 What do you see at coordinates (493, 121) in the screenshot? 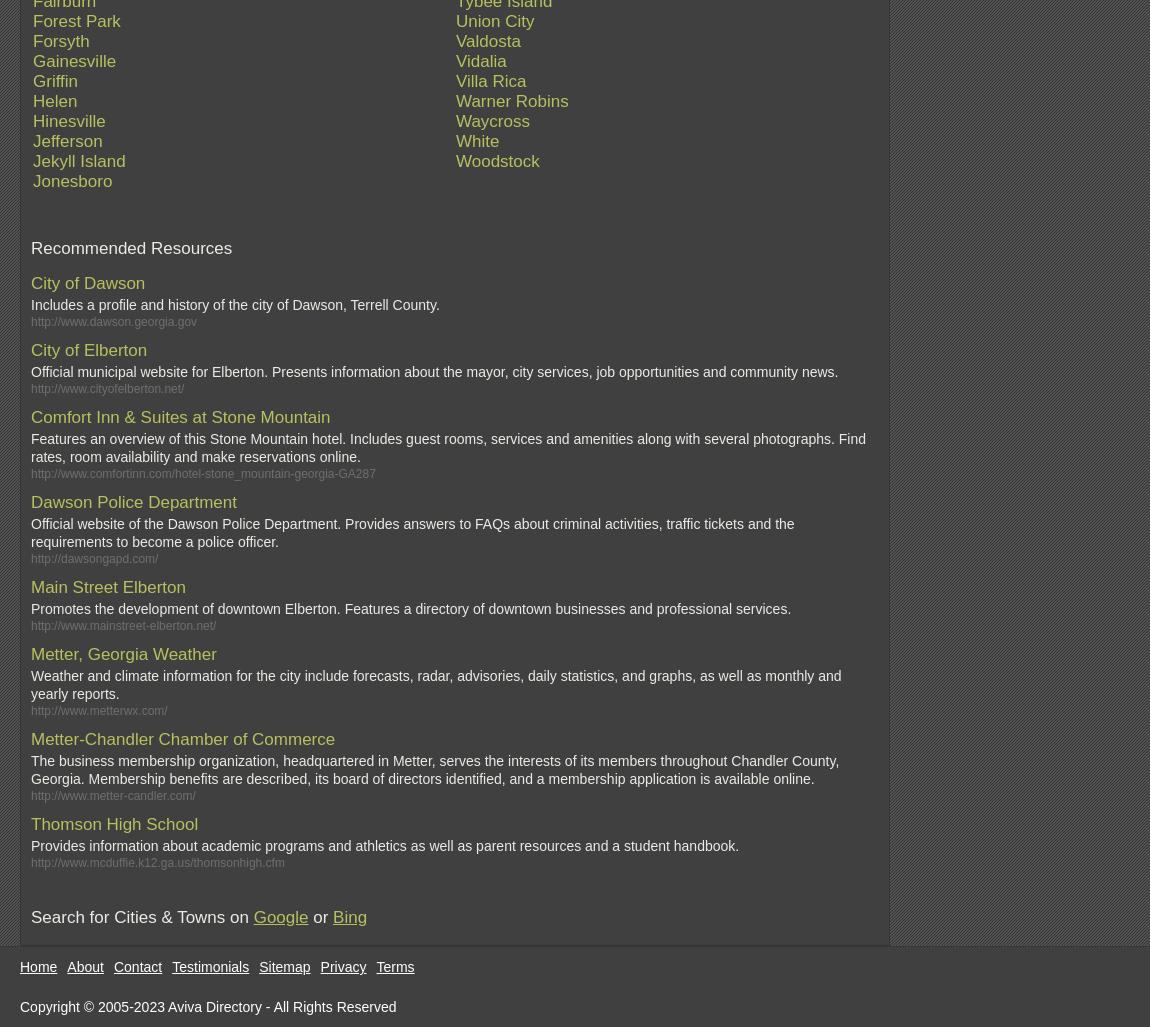
I see `'Waycross'` at bounding box center [493, 121].